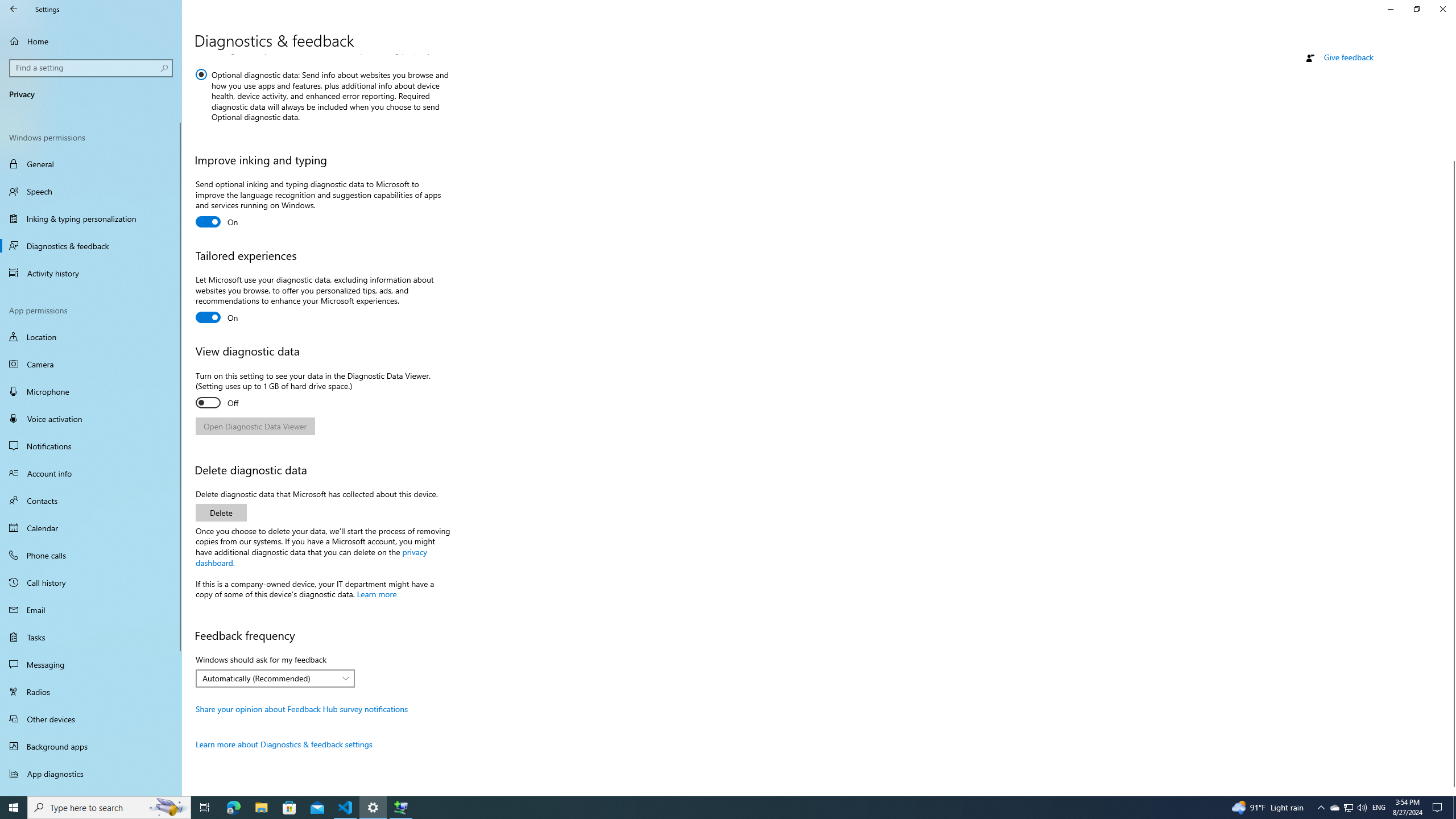 Image resolution: width=1456 pixels, height=819 pixels. I want to click on 'Vertical', so click(1451, 425).